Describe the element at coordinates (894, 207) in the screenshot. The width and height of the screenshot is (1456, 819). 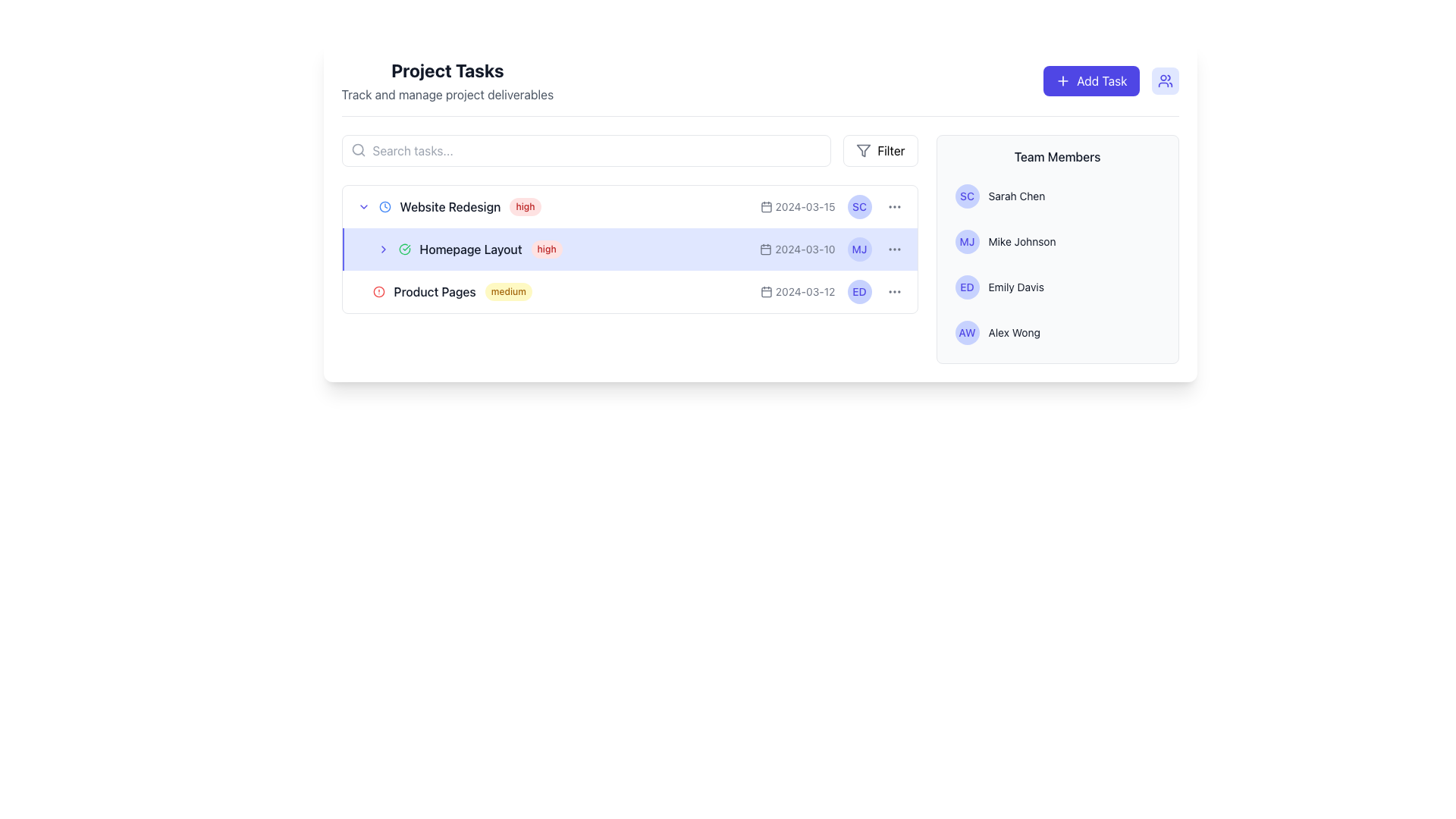
I see `the circular interactive button with three vertically-aligned gray dots` at that location.